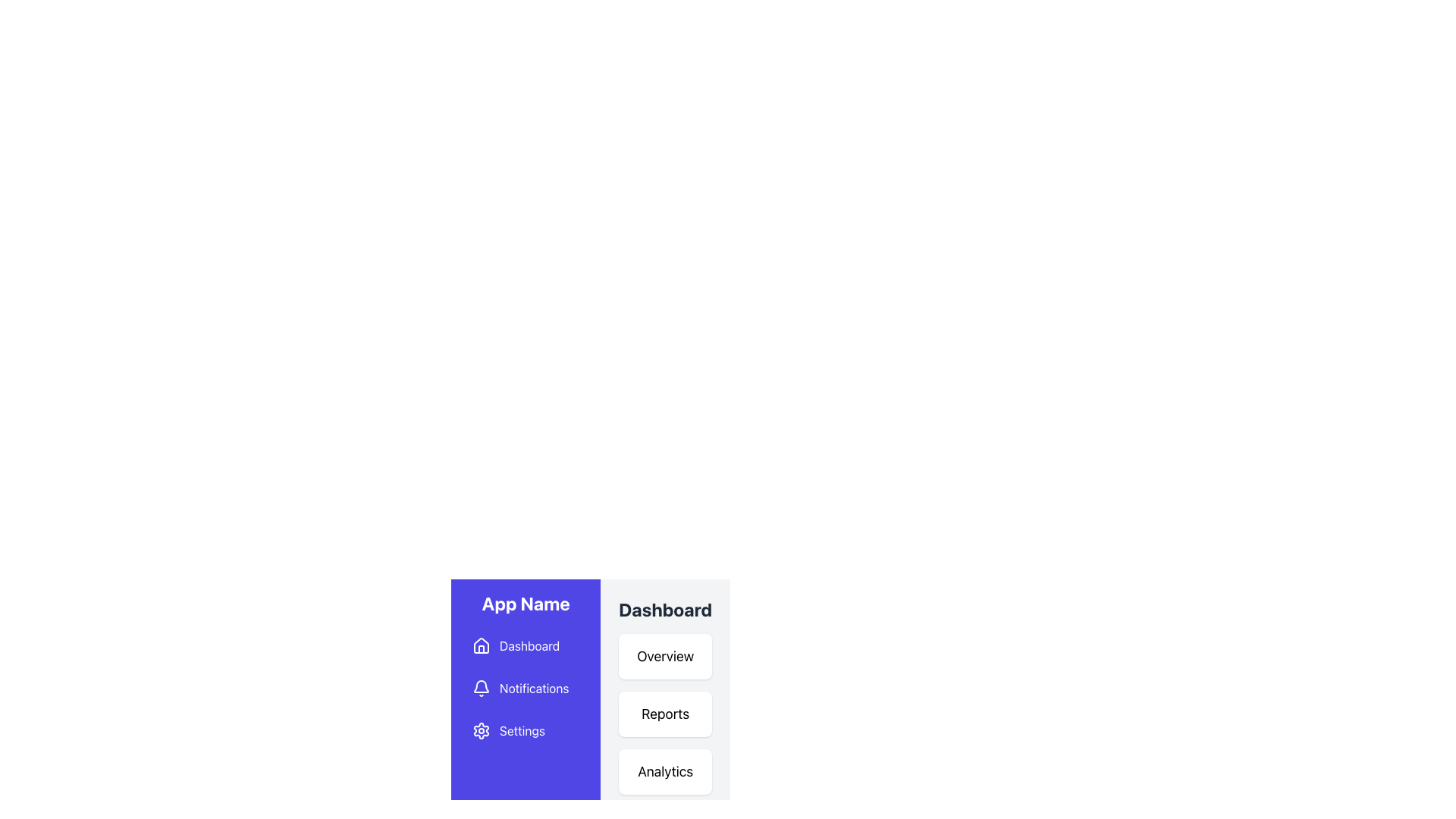 This screenshot has height=819, width=1456. What do you see at coordinates (665, 772) in the screenshot?
I see `the third button in the vertical stack of buttons within the white panel titled 'Dashboard'` at bounding box center [665, 772].